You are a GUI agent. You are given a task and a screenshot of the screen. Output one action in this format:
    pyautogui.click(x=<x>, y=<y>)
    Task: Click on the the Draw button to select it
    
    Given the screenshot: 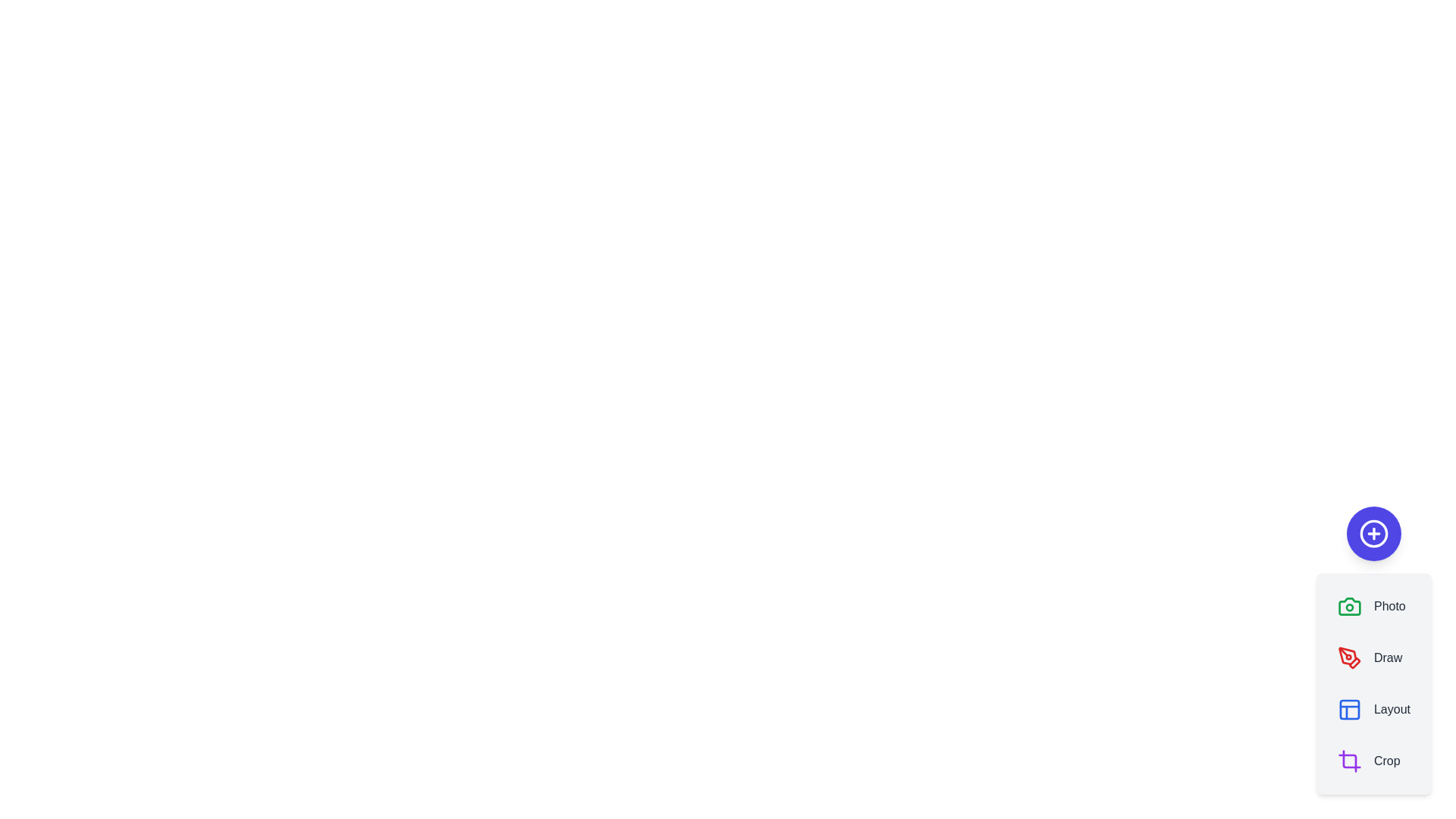 What is the action you would take?
    pyautogui.click(x=1370, y=657)
    